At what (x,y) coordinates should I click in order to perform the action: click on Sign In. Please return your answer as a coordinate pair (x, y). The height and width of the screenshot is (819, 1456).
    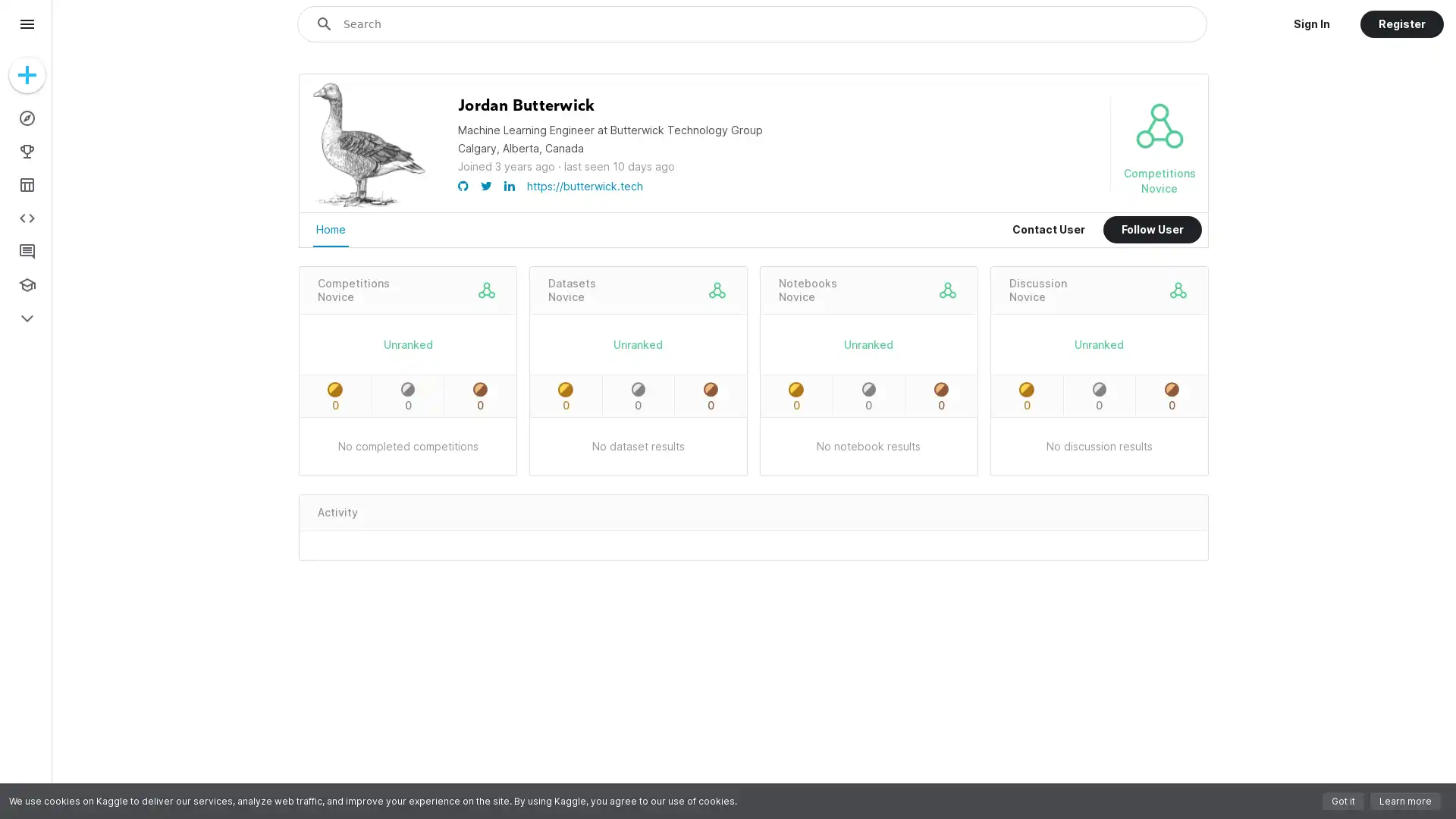
    Looking at the image, I should click on (1310, 24).